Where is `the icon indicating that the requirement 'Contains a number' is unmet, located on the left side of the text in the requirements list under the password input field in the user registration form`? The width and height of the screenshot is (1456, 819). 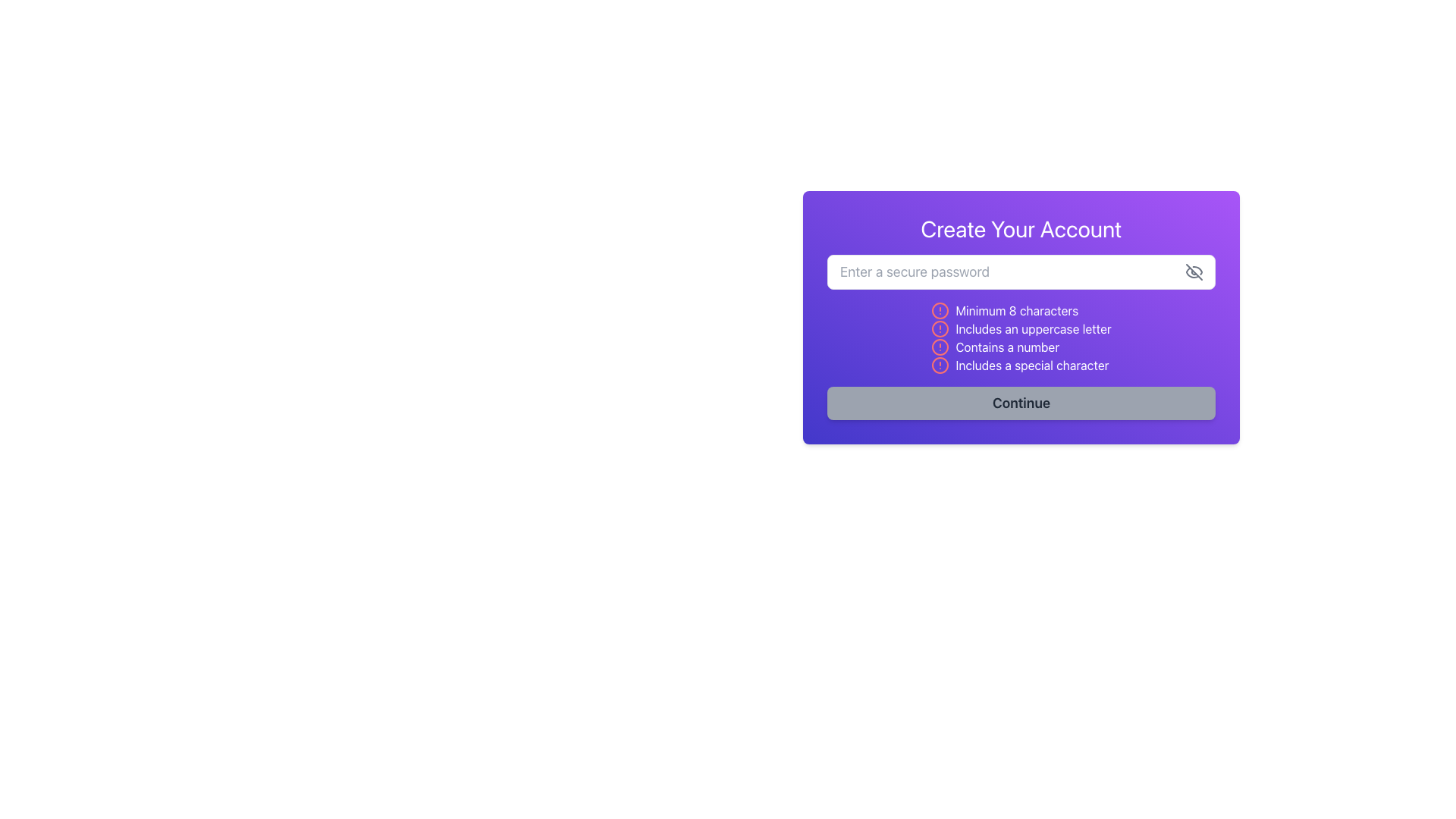 the icon indicating that the requirement 'Contains a number' is unmet, located on the left side of the text in the requirements list under the password input field in the user registration form is located at coordinates (940, 347).